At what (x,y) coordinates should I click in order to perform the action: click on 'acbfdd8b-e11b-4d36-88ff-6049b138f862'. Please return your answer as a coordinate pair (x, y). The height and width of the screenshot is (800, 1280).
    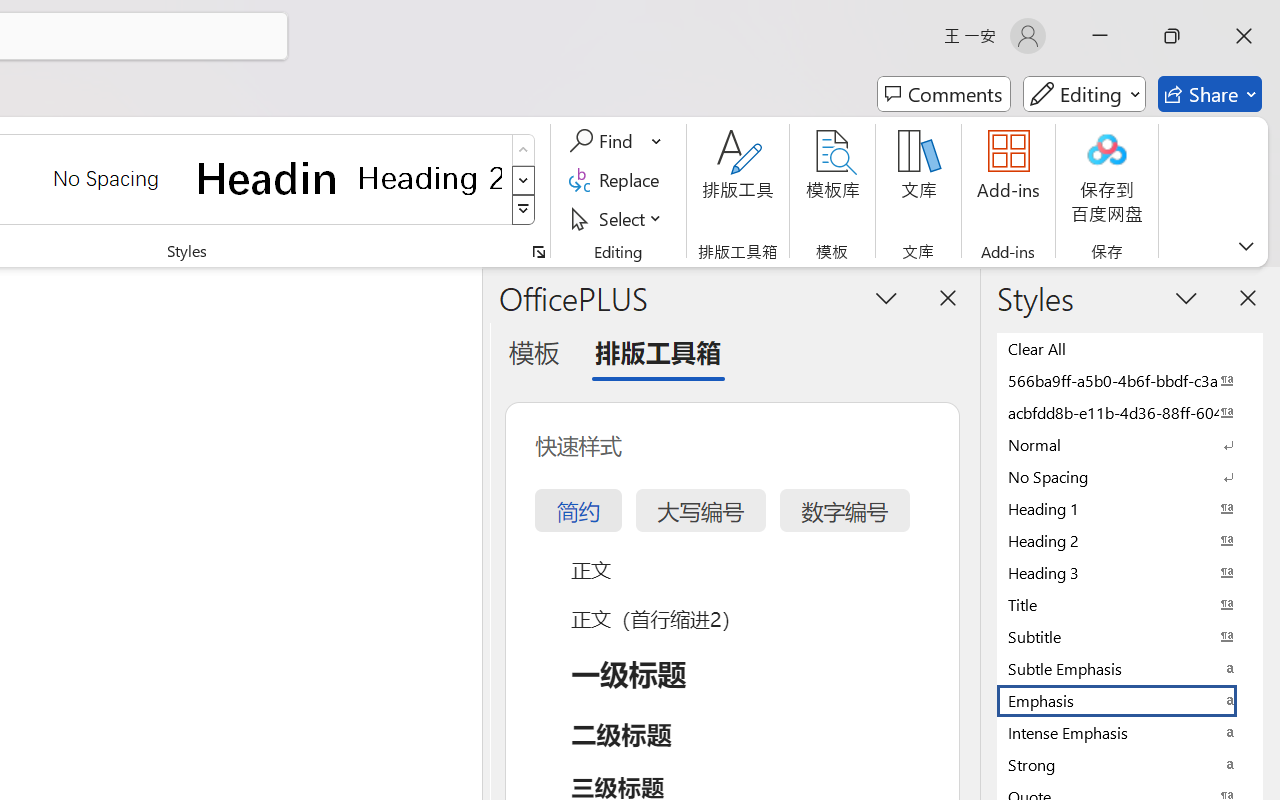
    Looking at the image, I should click on (1130, 412).